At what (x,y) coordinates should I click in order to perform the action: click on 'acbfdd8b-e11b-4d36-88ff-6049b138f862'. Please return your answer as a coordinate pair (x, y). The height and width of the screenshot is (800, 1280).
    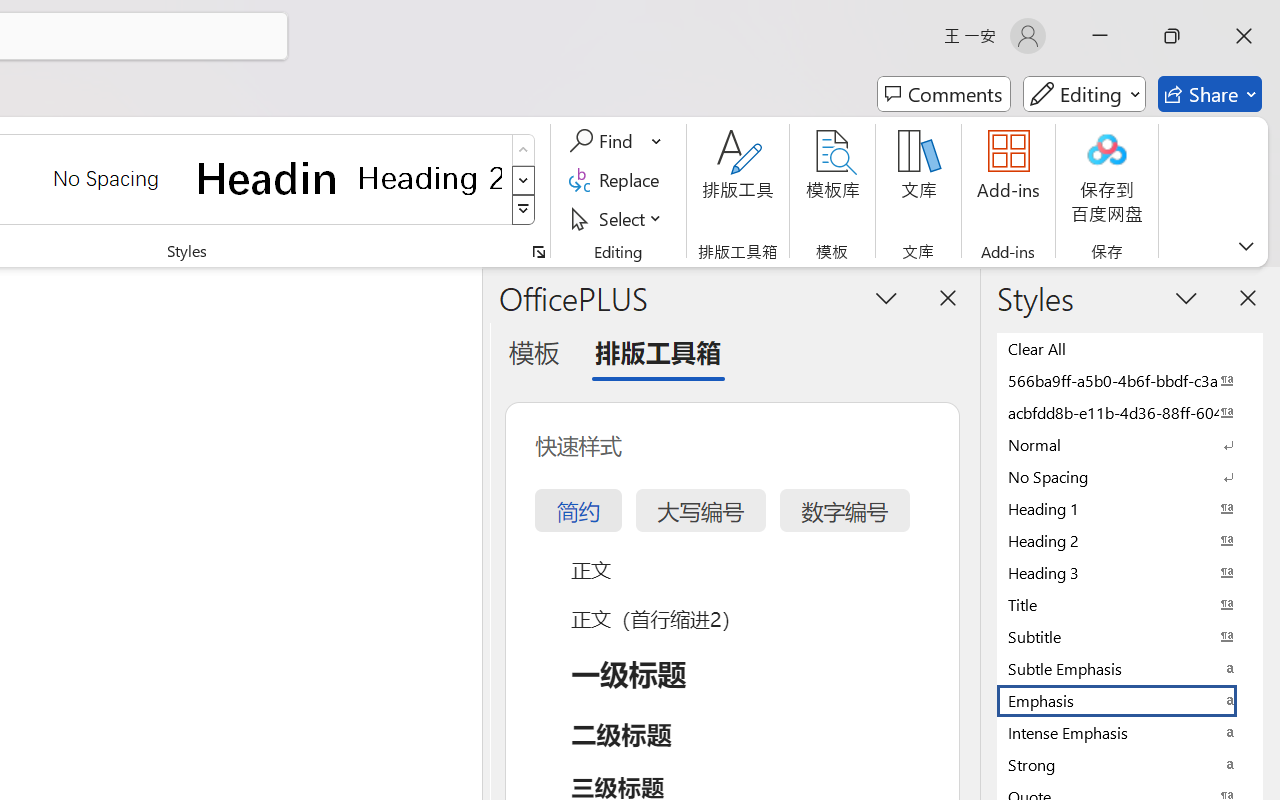
    Looking at the image, I should click on (1130, 412).